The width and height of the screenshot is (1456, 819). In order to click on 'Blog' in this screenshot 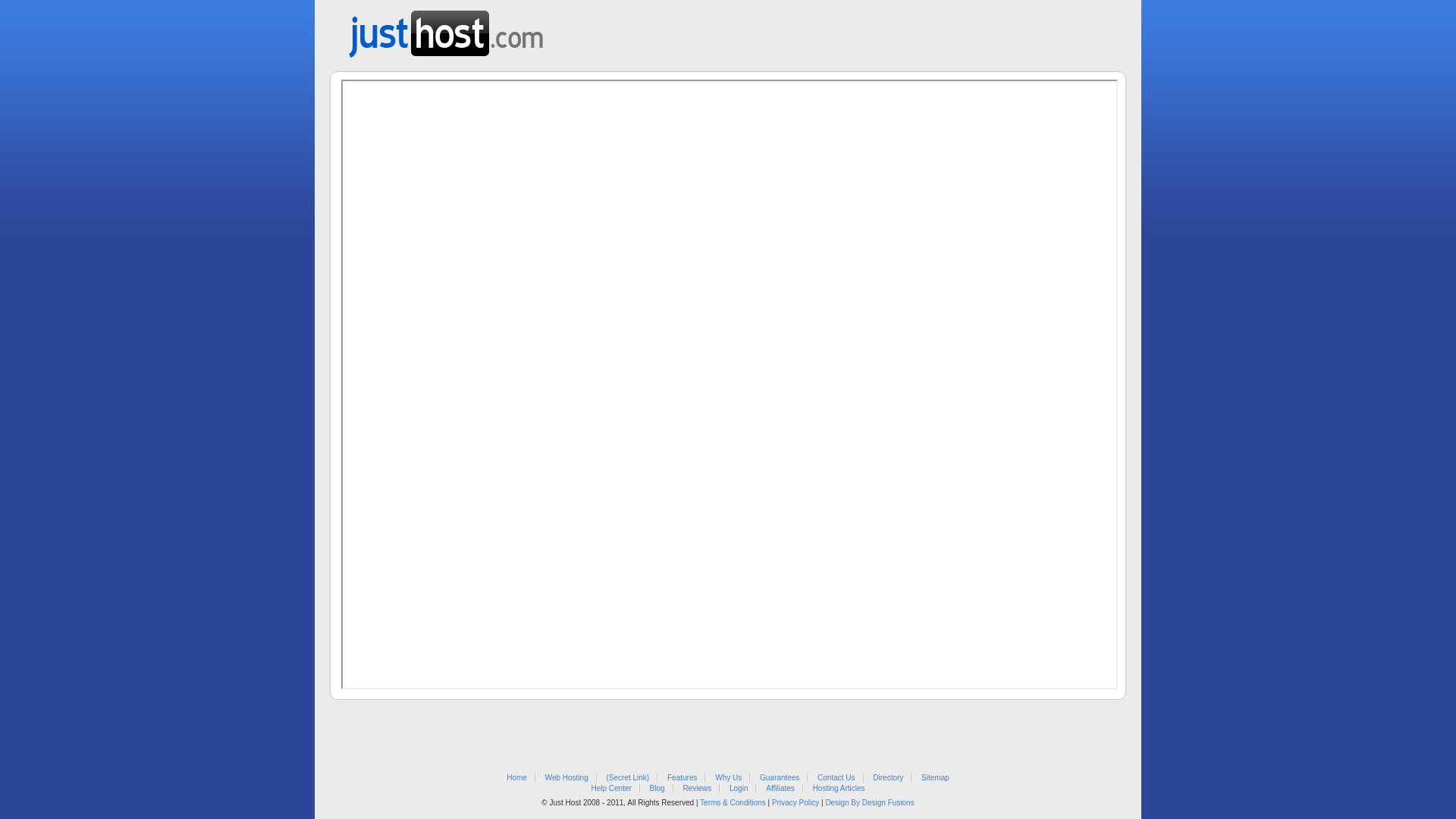, I will do `click(657, 787)`.